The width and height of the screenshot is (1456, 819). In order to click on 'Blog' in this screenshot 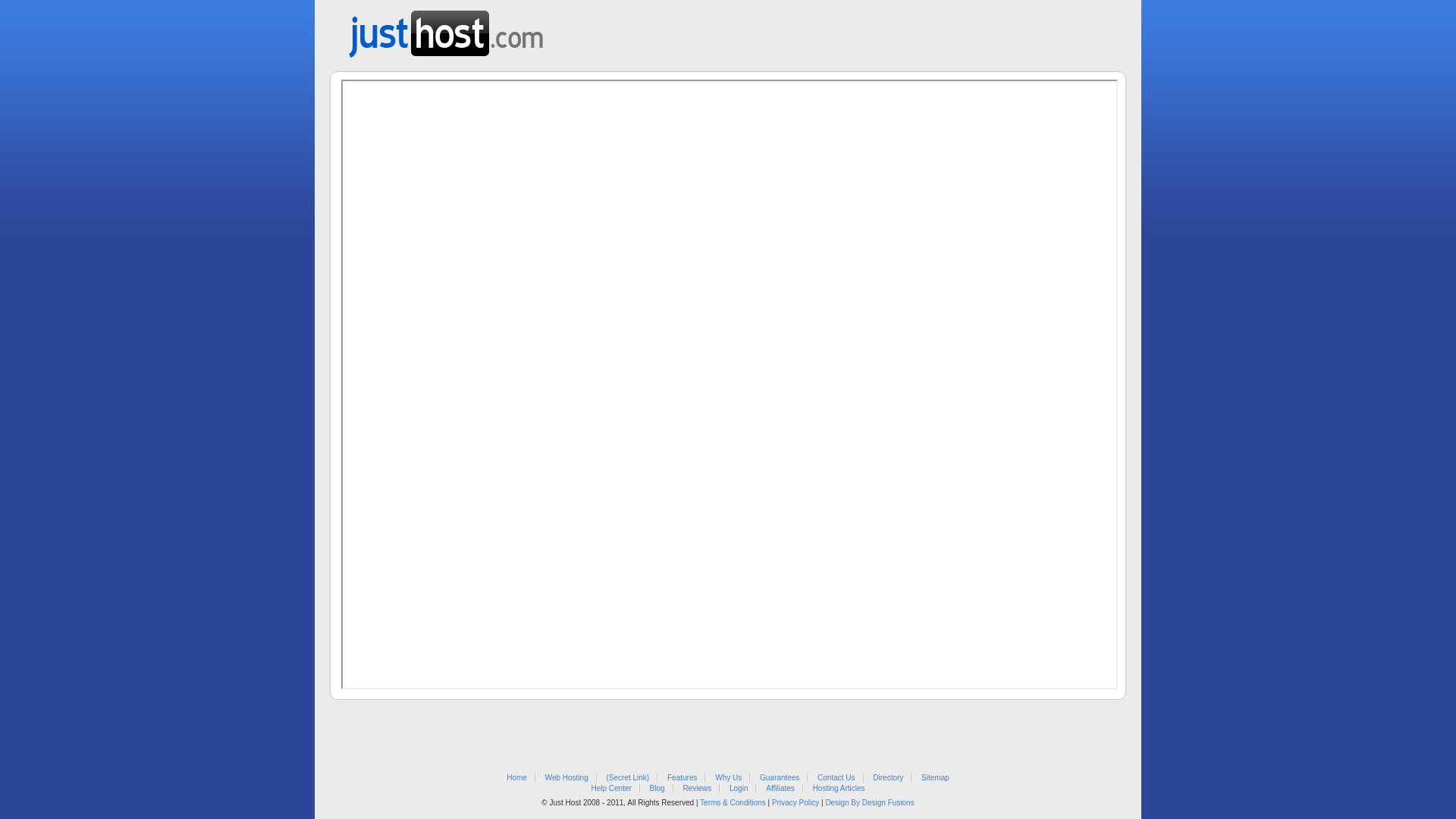, I will do `click(657, 787)`.